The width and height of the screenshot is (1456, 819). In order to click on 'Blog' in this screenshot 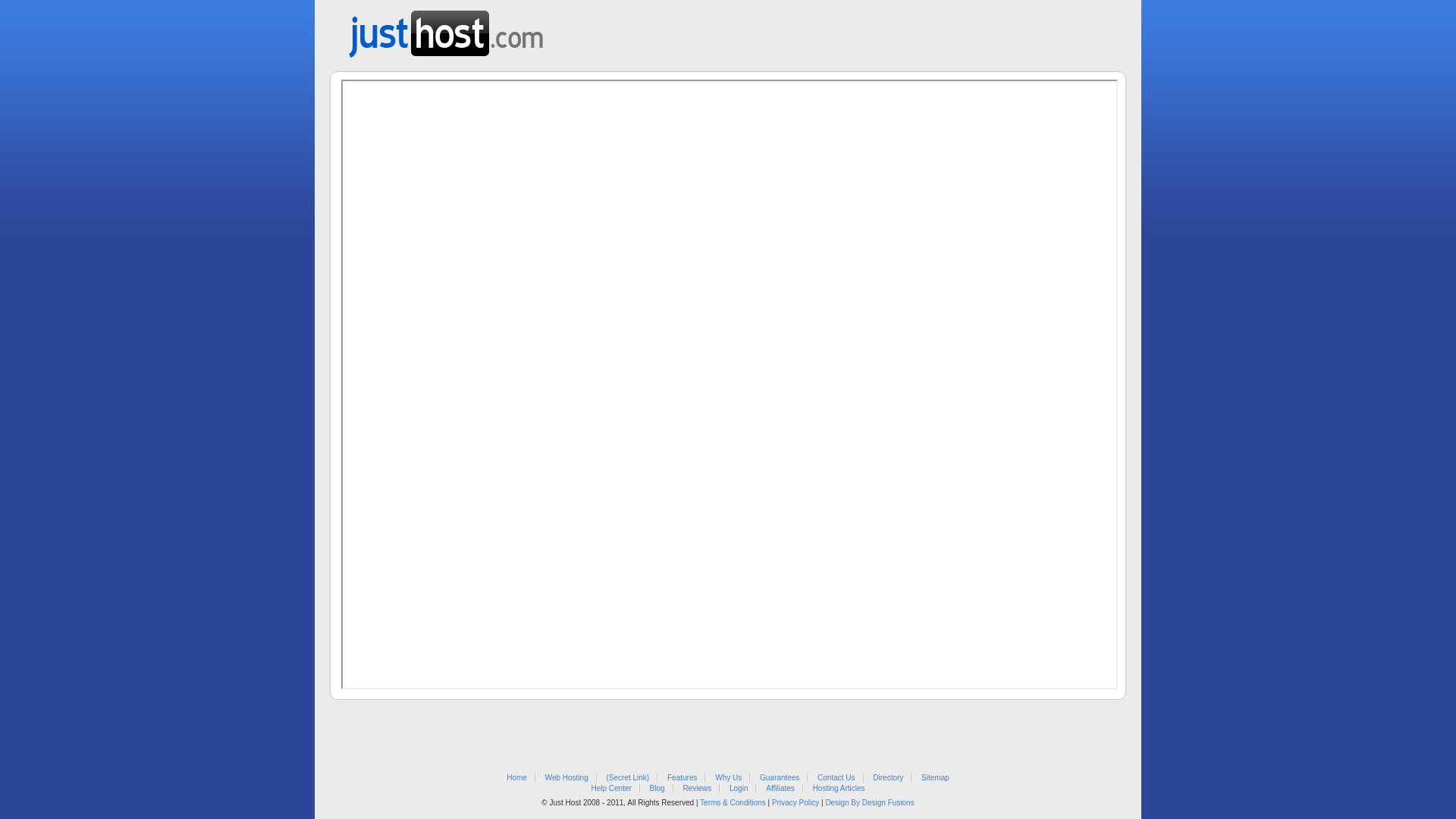, I will do `click(657, 787)`.